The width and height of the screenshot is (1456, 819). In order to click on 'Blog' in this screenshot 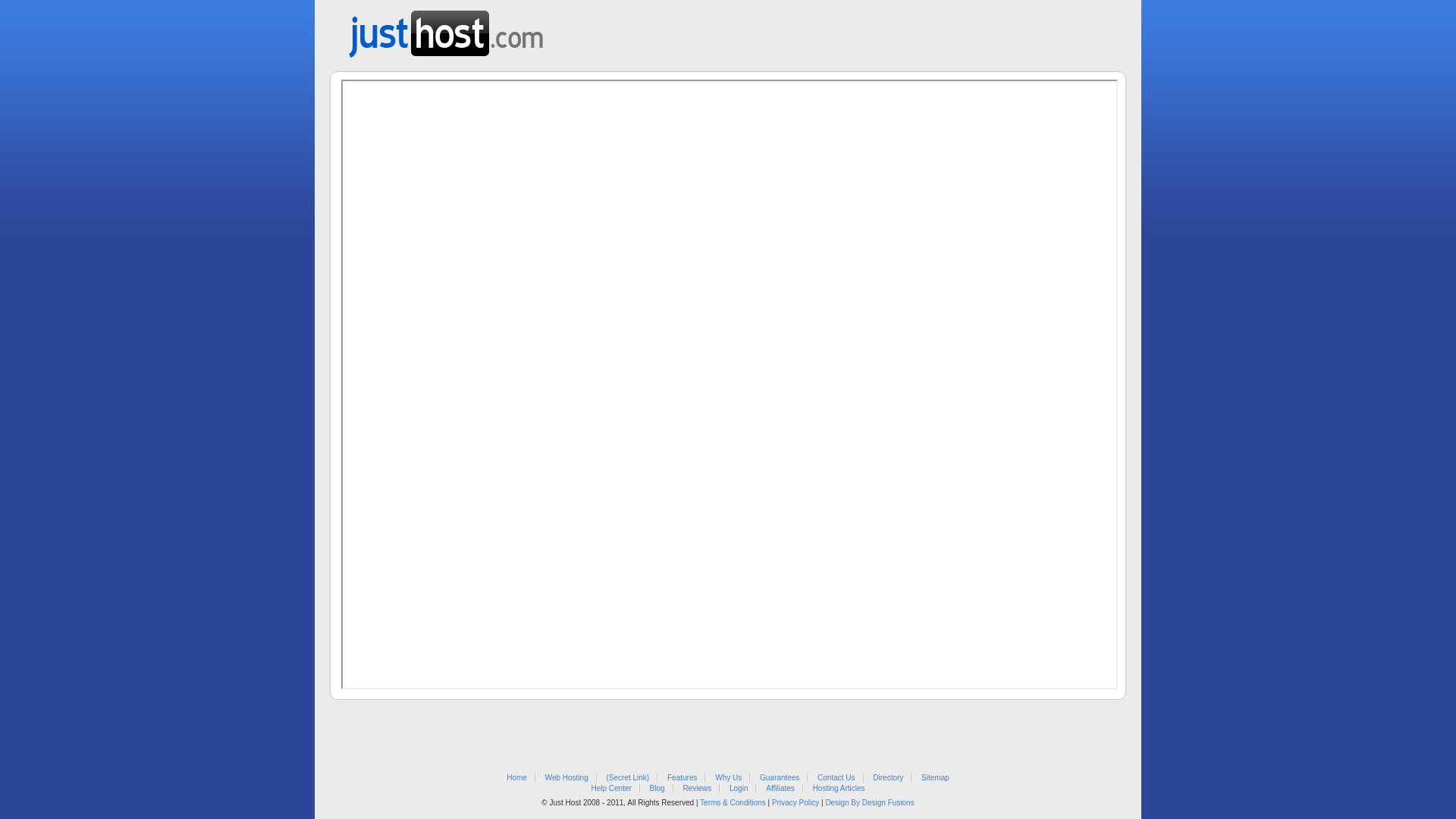, I will do `click(657, 787)`.